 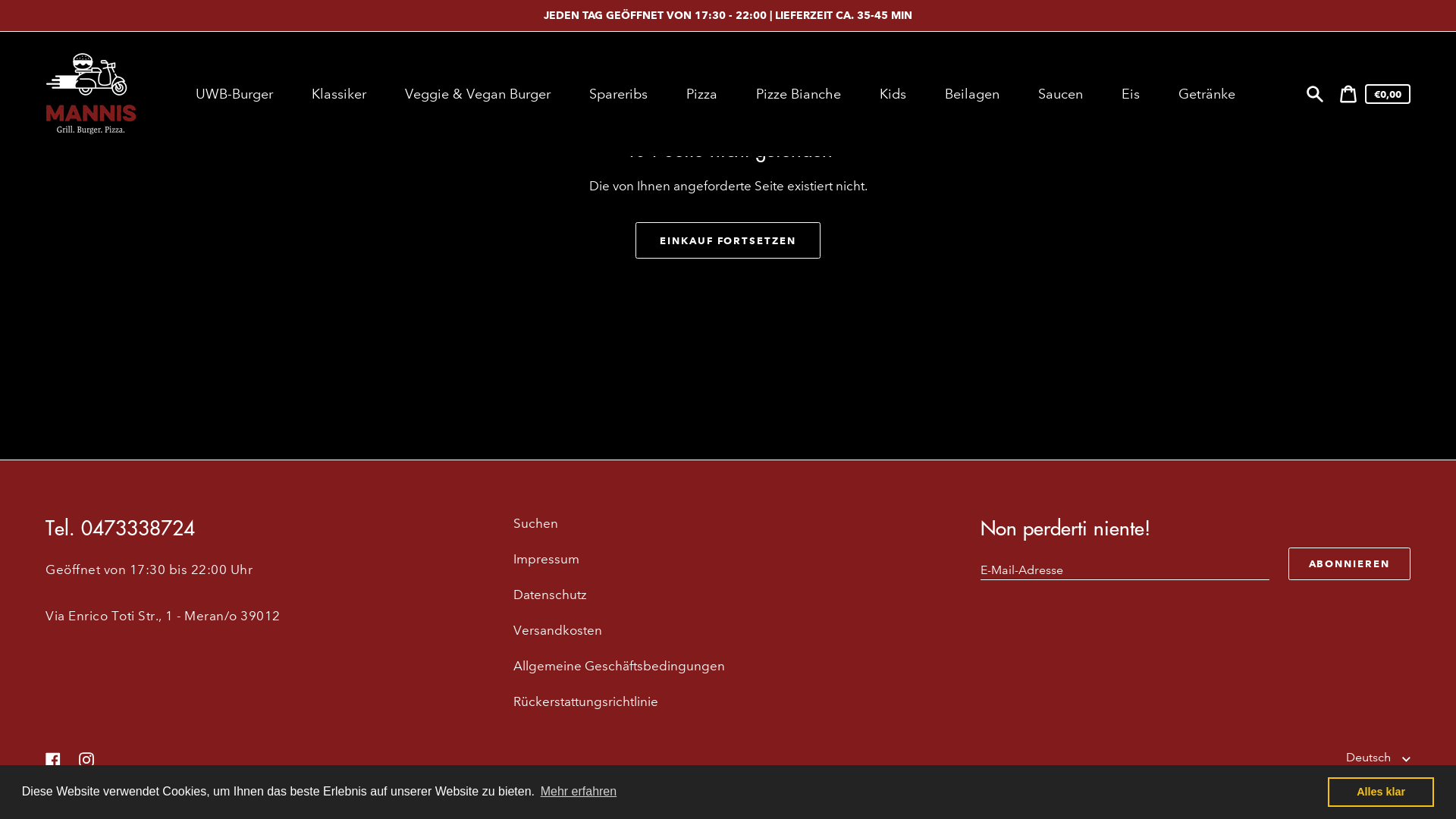 I want to click on 'UWB-Burger', so click(x=235, y=93).